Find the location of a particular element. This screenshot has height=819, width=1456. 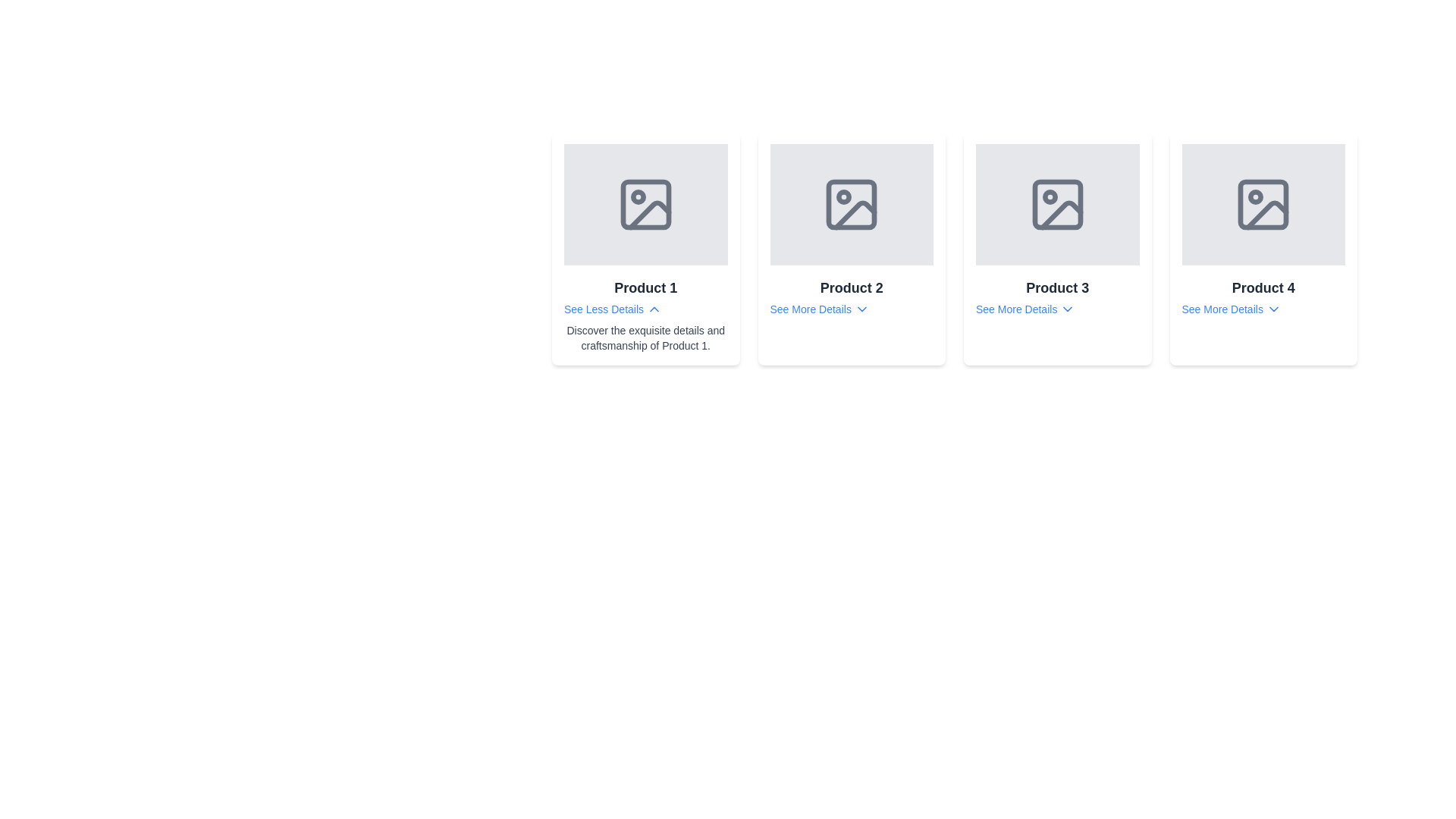

the interactive text link with icon located below the 'Product 3' title is located at coordinates (1025, 309).